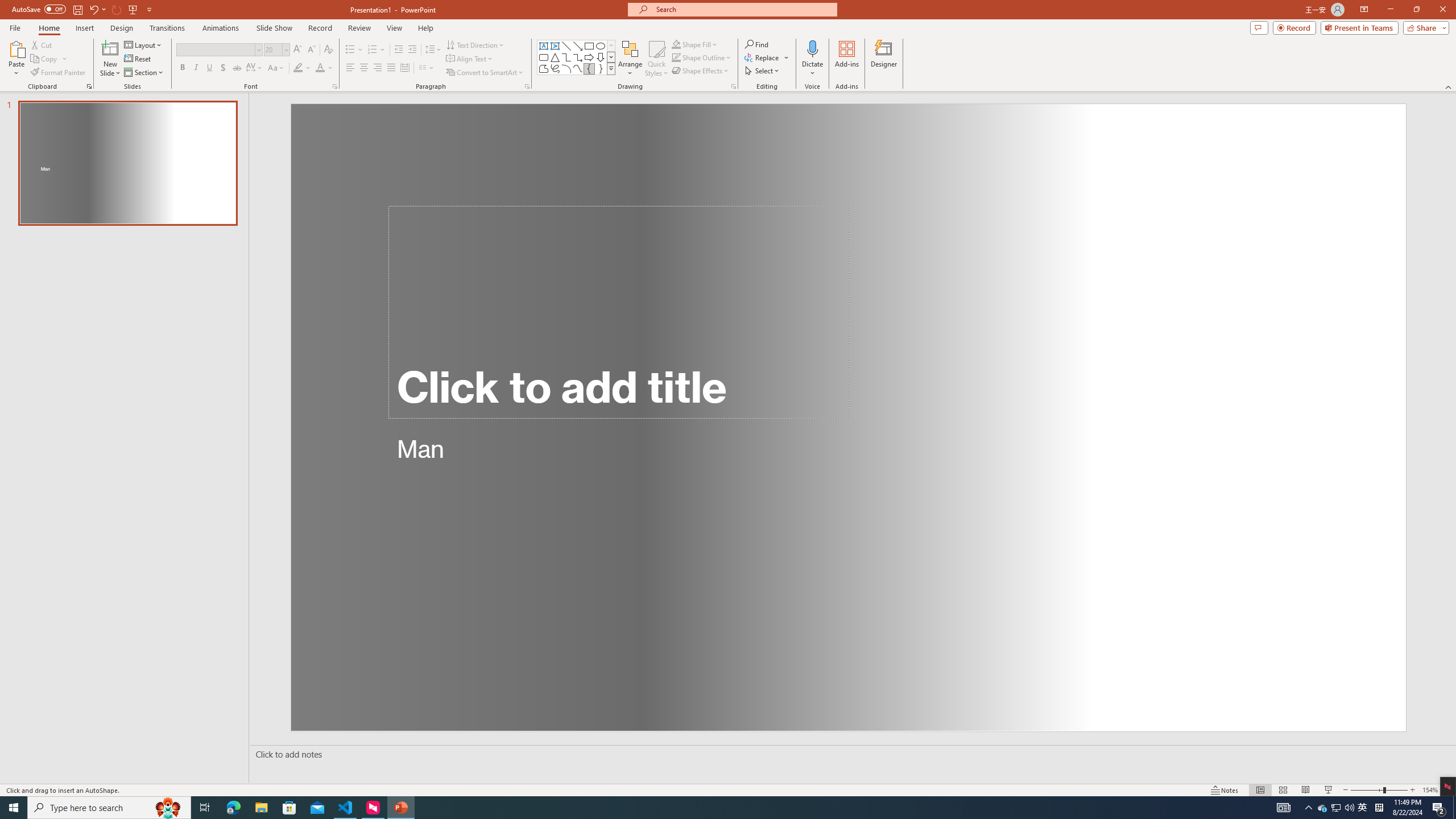  What do you see at coordinates (364, 67) in the screenshot?
I see `'Center'` at bounding box center [364, 67].